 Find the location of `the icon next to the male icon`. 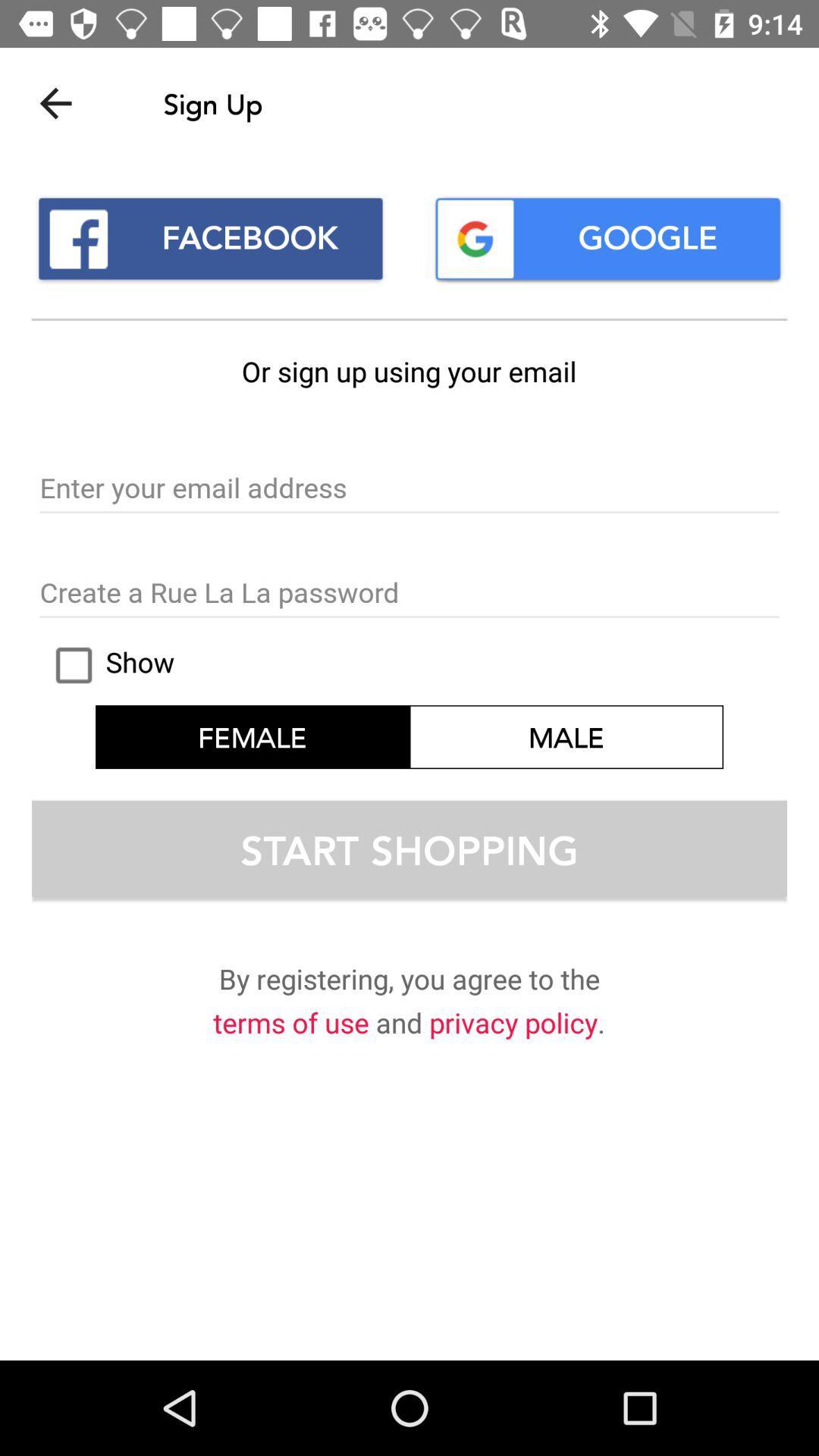

the icon next to the male icon is located at coordinates (251, 736).